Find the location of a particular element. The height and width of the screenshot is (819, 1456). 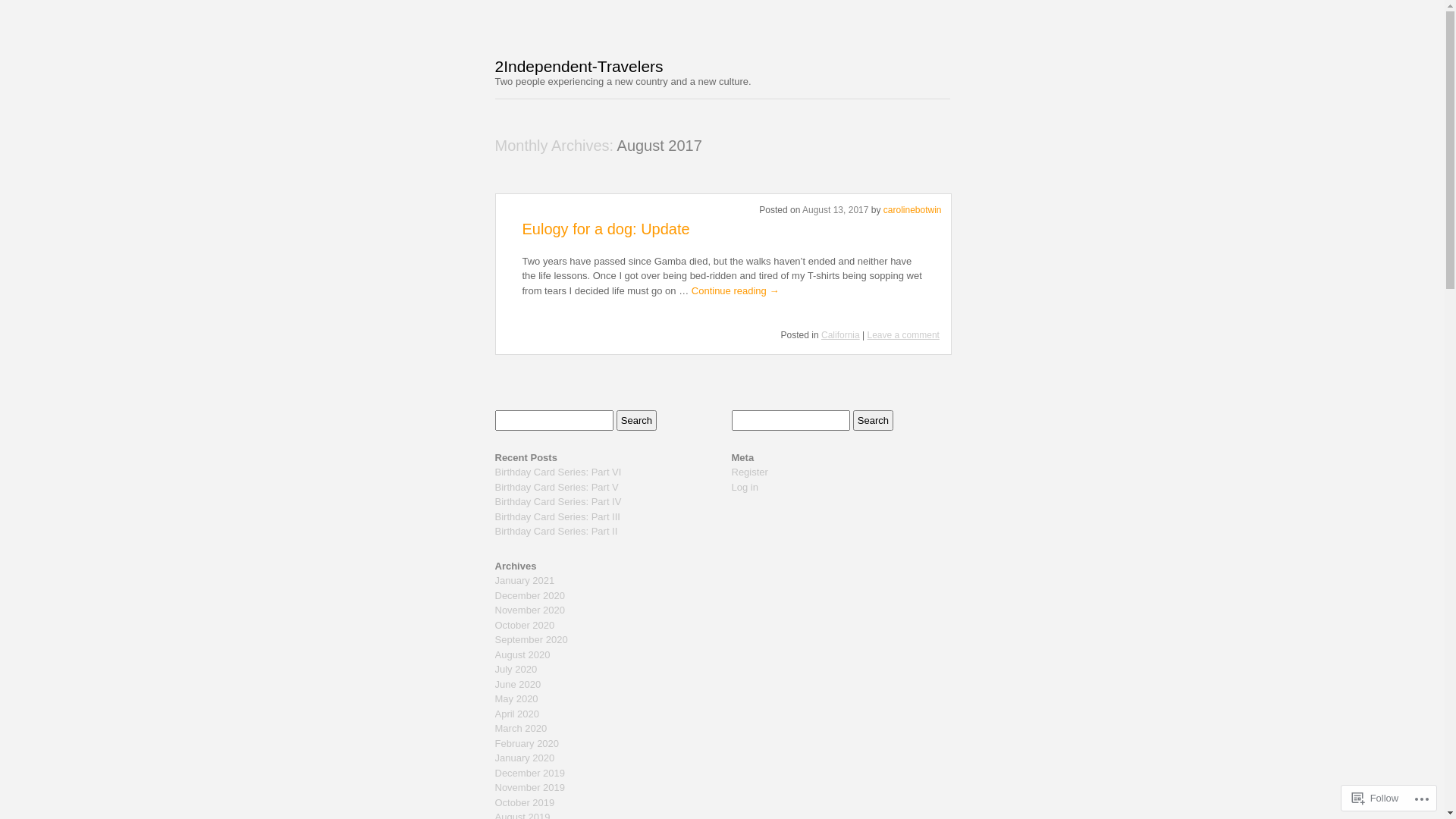

'2Independent-Travelers' is located at coordinates (578, 65).